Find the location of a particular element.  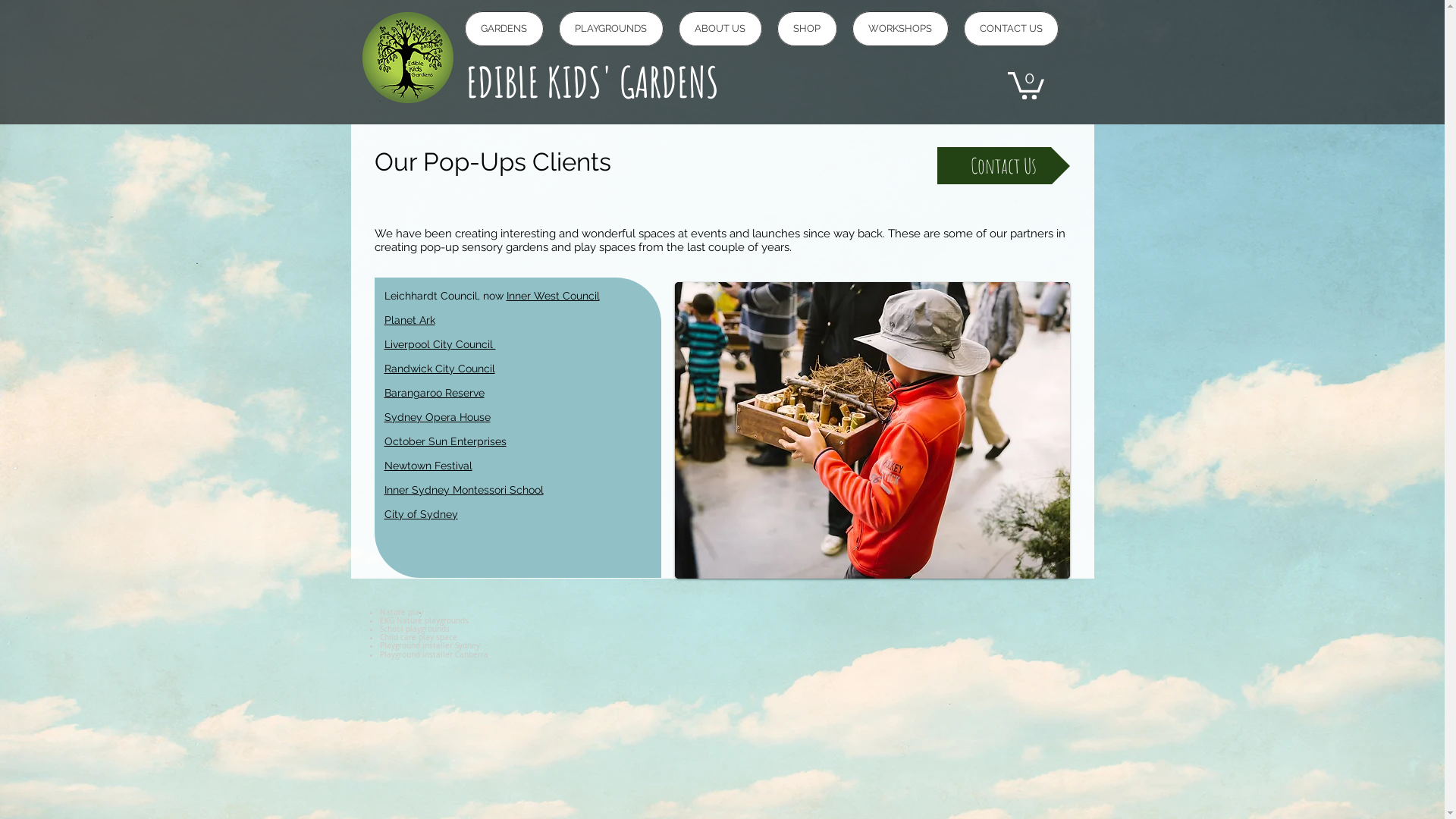

'WORKSHOPS' is located at coordinates (900, 29).